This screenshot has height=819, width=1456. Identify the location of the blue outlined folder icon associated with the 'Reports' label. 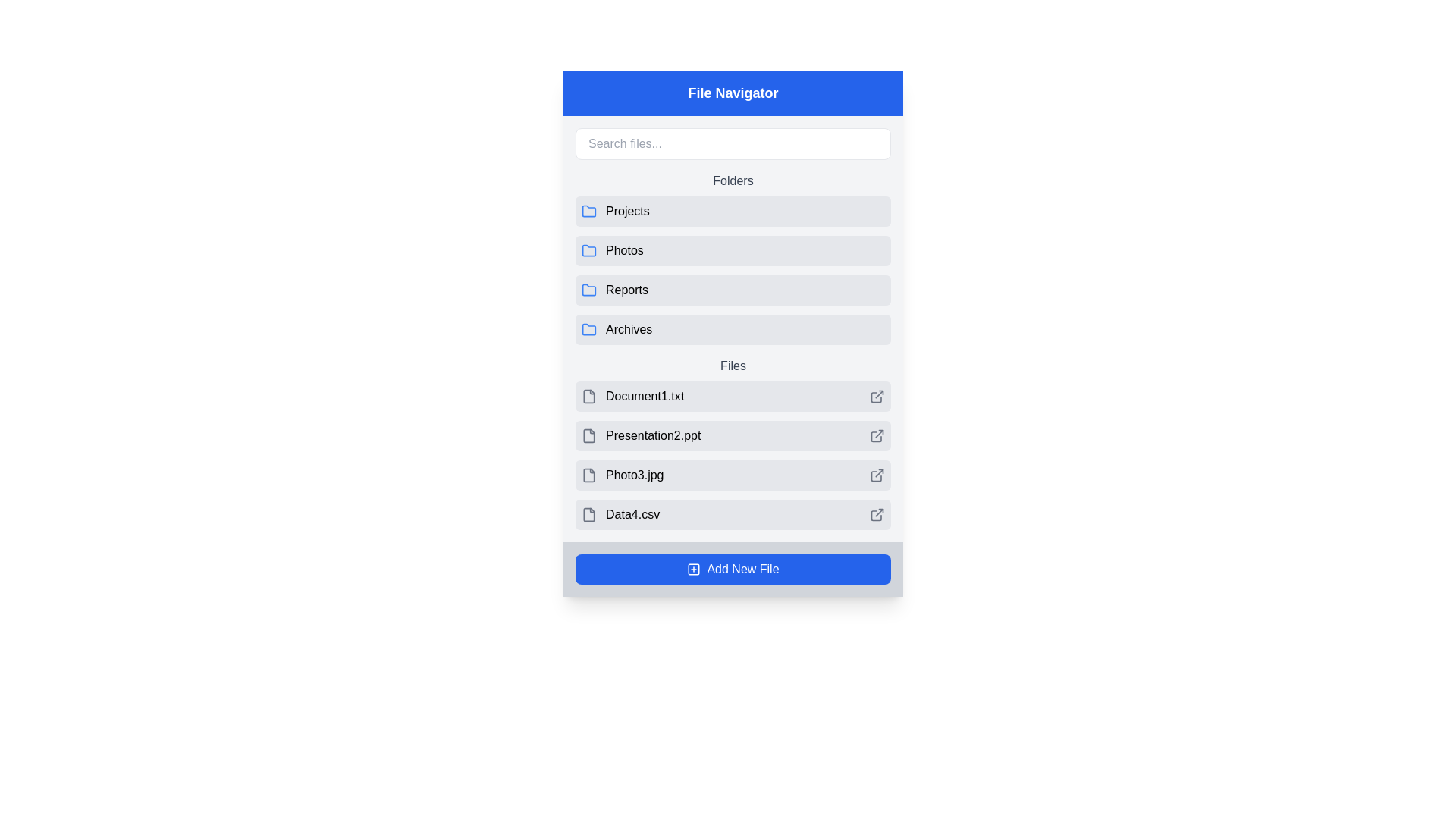
(588, 289).